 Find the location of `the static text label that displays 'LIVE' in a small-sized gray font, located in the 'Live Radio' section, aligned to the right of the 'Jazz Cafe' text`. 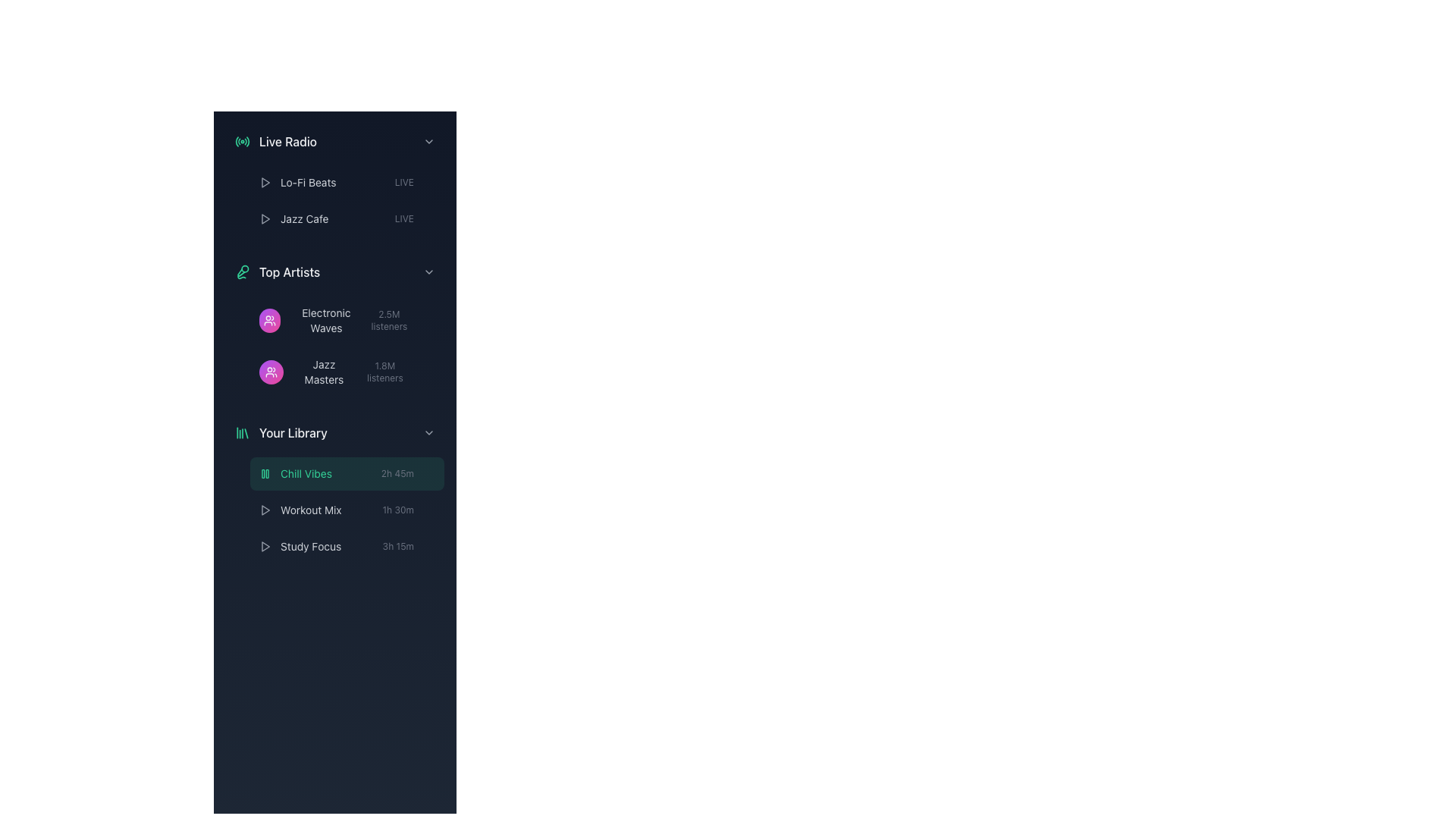

the static text label that displays 'LIVE' in a small-sized gray font, located in the 'Live Radio' section, aligned to the right of the 'Jazz Cafe' text is located at coordinates (404, 219).